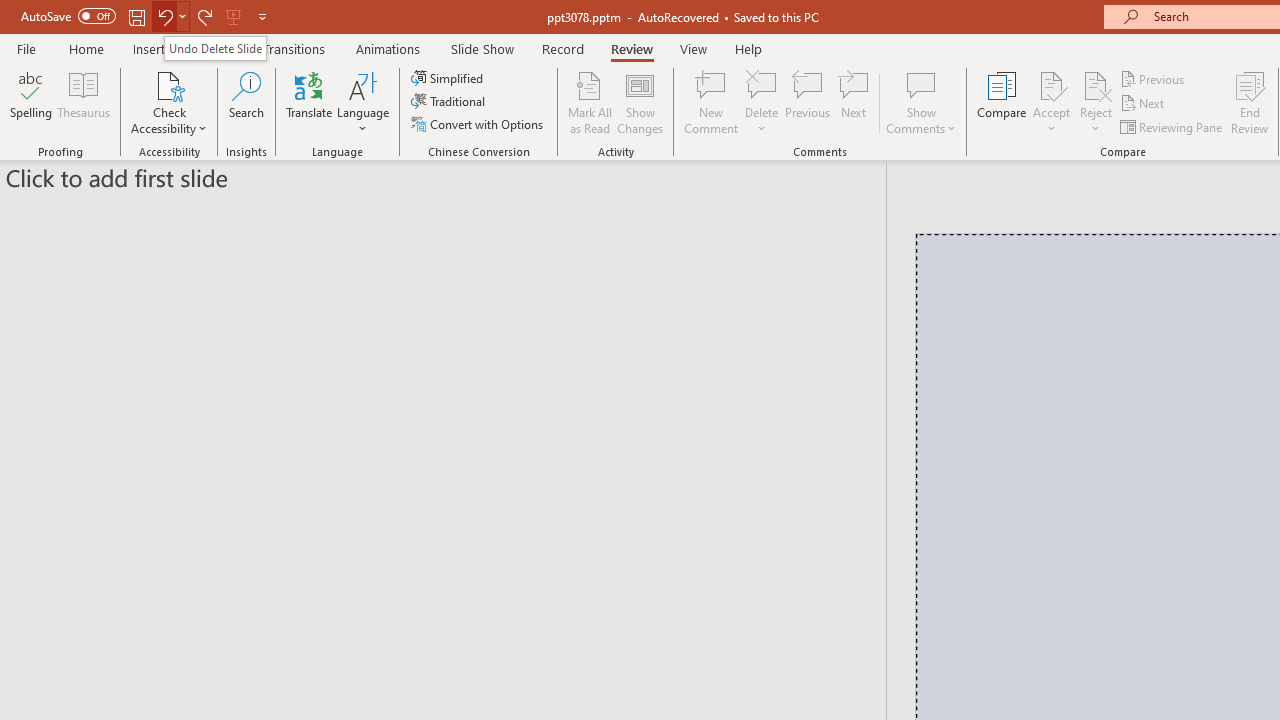 This screenshot has height=720, width=1280. Describe the element at coordinates (589, 103) in the screenshot. I see `'Mark All as Read'` at that location.